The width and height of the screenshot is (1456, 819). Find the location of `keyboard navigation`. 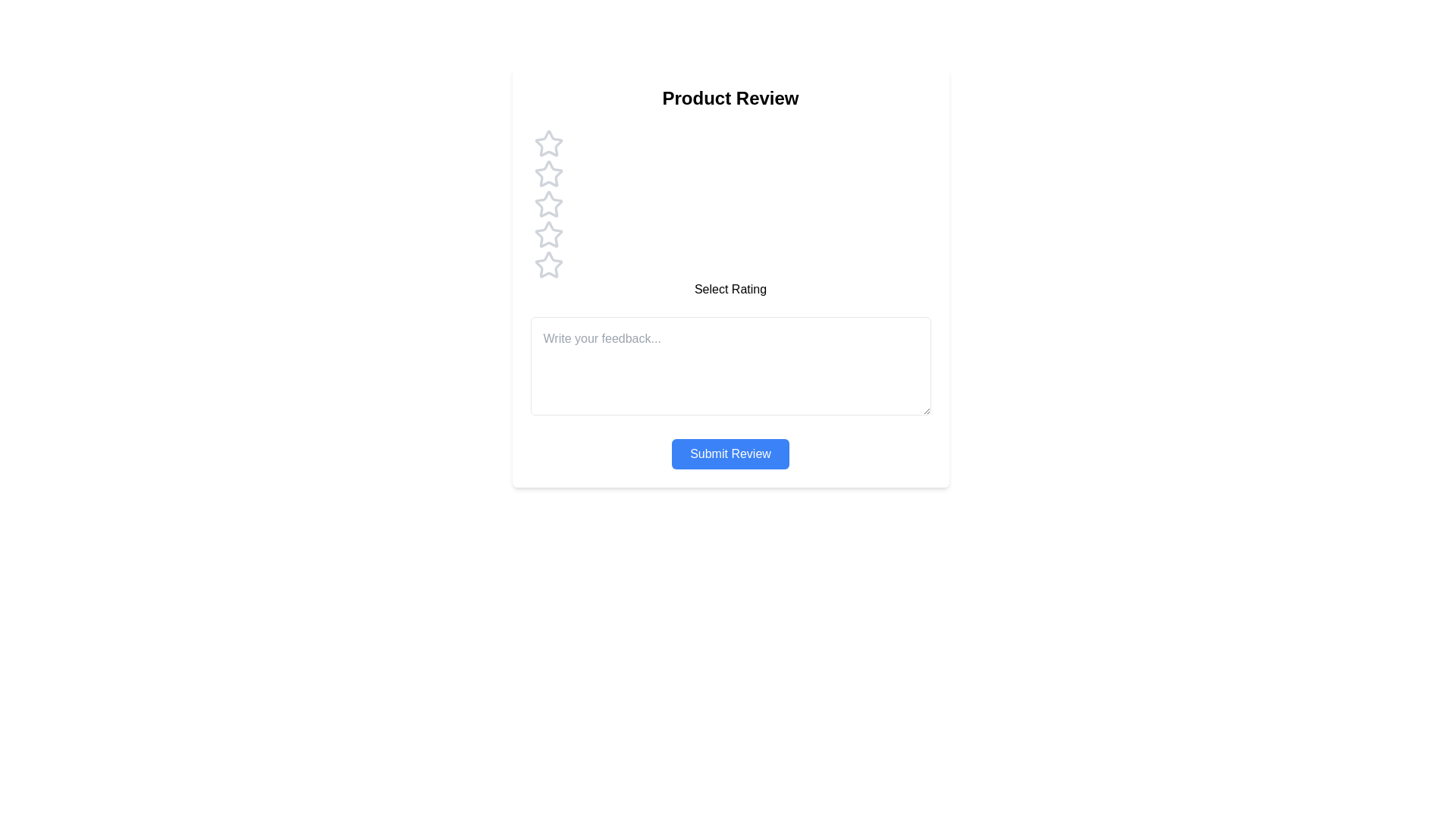

keyboard navigation is located at coordinates (548, 264).